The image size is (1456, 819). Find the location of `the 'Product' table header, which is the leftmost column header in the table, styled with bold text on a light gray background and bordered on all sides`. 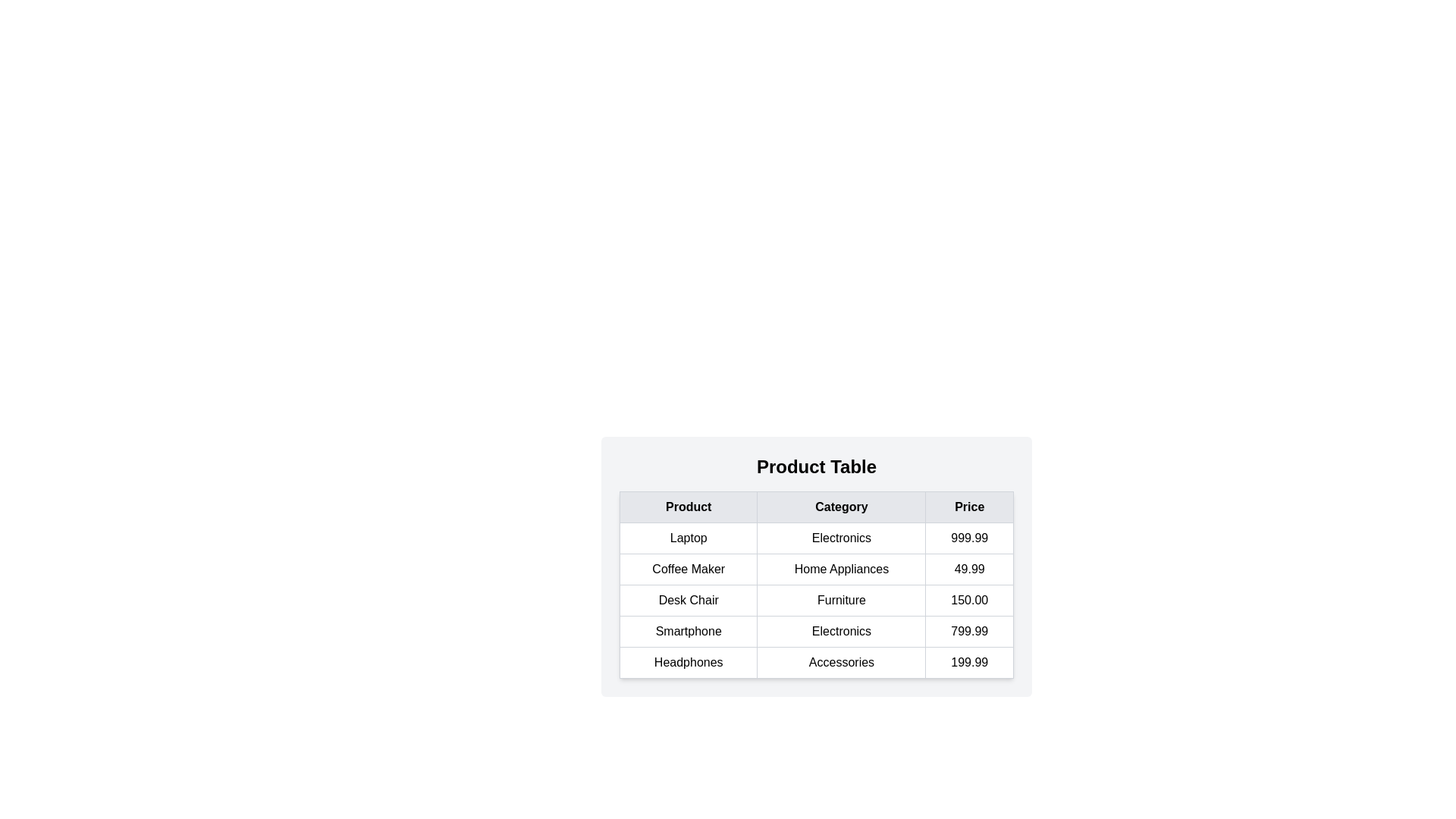

the 'Product' table header, which is the leftmost column header in the table, styled with bold text on a light gray background and bordered on all sides is located at coordinates (688, 507).